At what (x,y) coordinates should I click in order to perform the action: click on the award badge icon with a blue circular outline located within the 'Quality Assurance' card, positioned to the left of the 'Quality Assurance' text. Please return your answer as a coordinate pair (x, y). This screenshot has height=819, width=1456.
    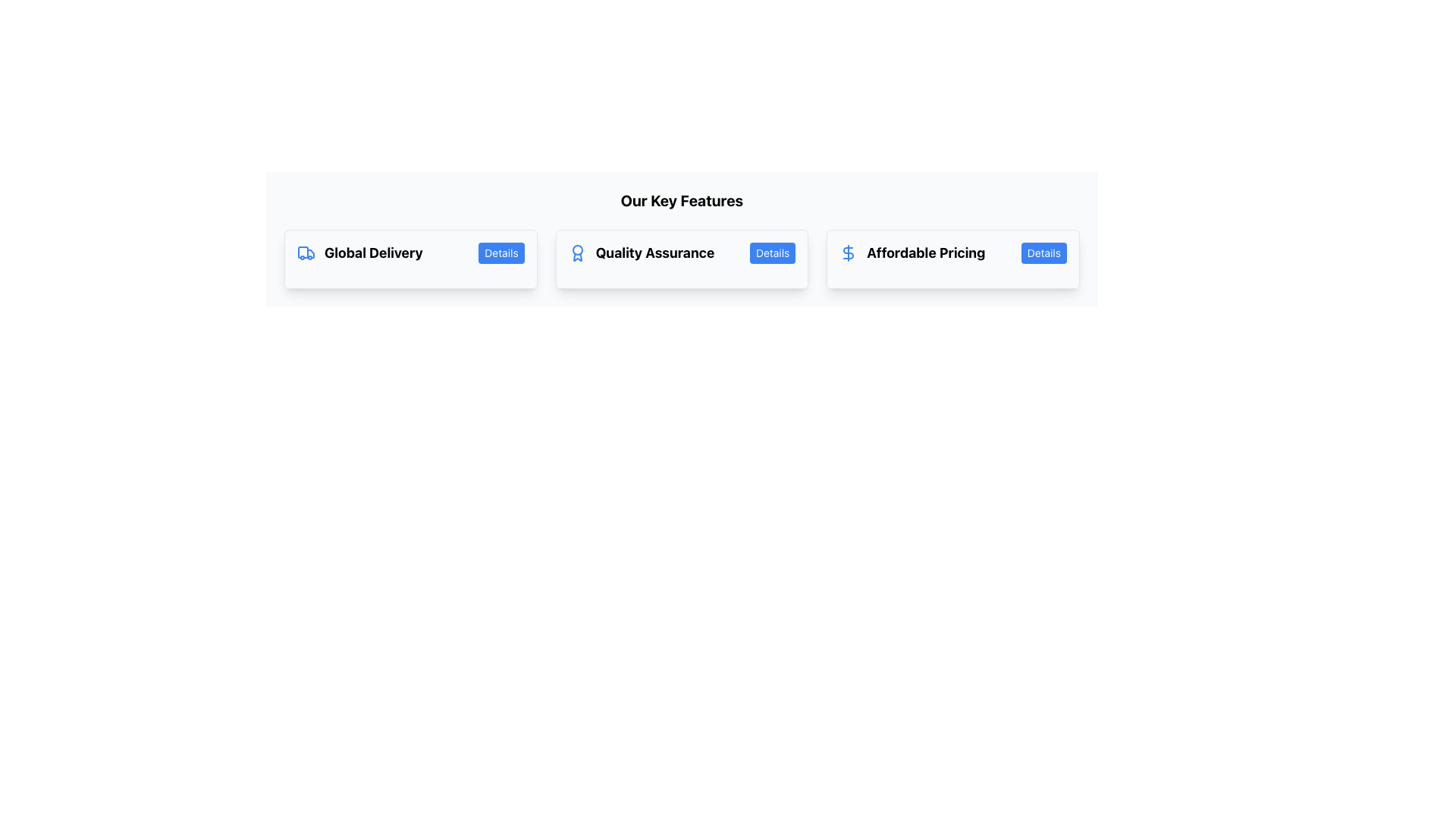
    Looking at the image, I should click on (576, 253).